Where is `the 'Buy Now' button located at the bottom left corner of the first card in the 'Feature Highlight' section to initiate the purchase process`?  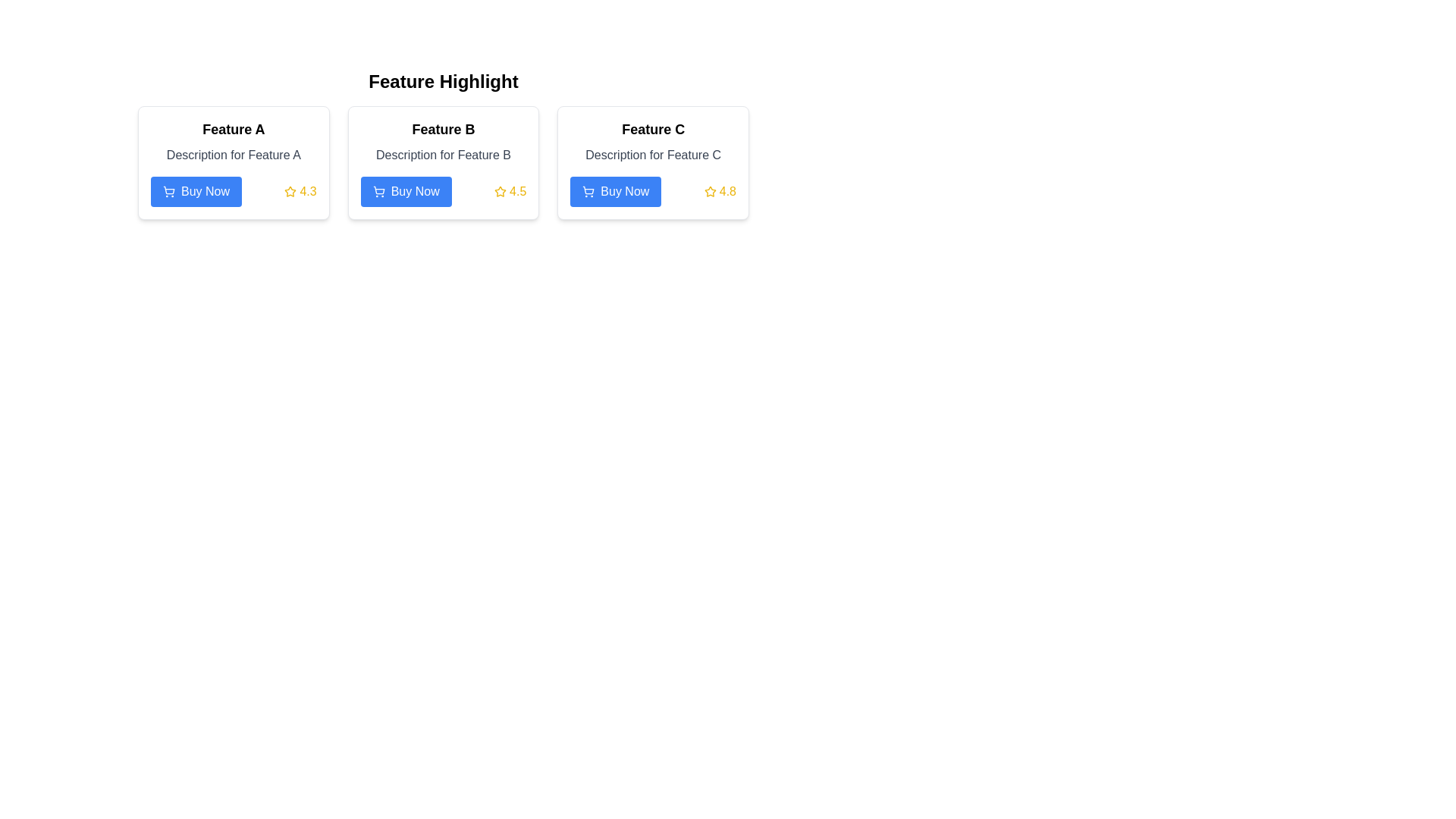
the 'Buy Now' button located at the bottom left corner of the first card in the 'Feature Highlight' section to initiate the purchase process is located at coordinates (196, 191).